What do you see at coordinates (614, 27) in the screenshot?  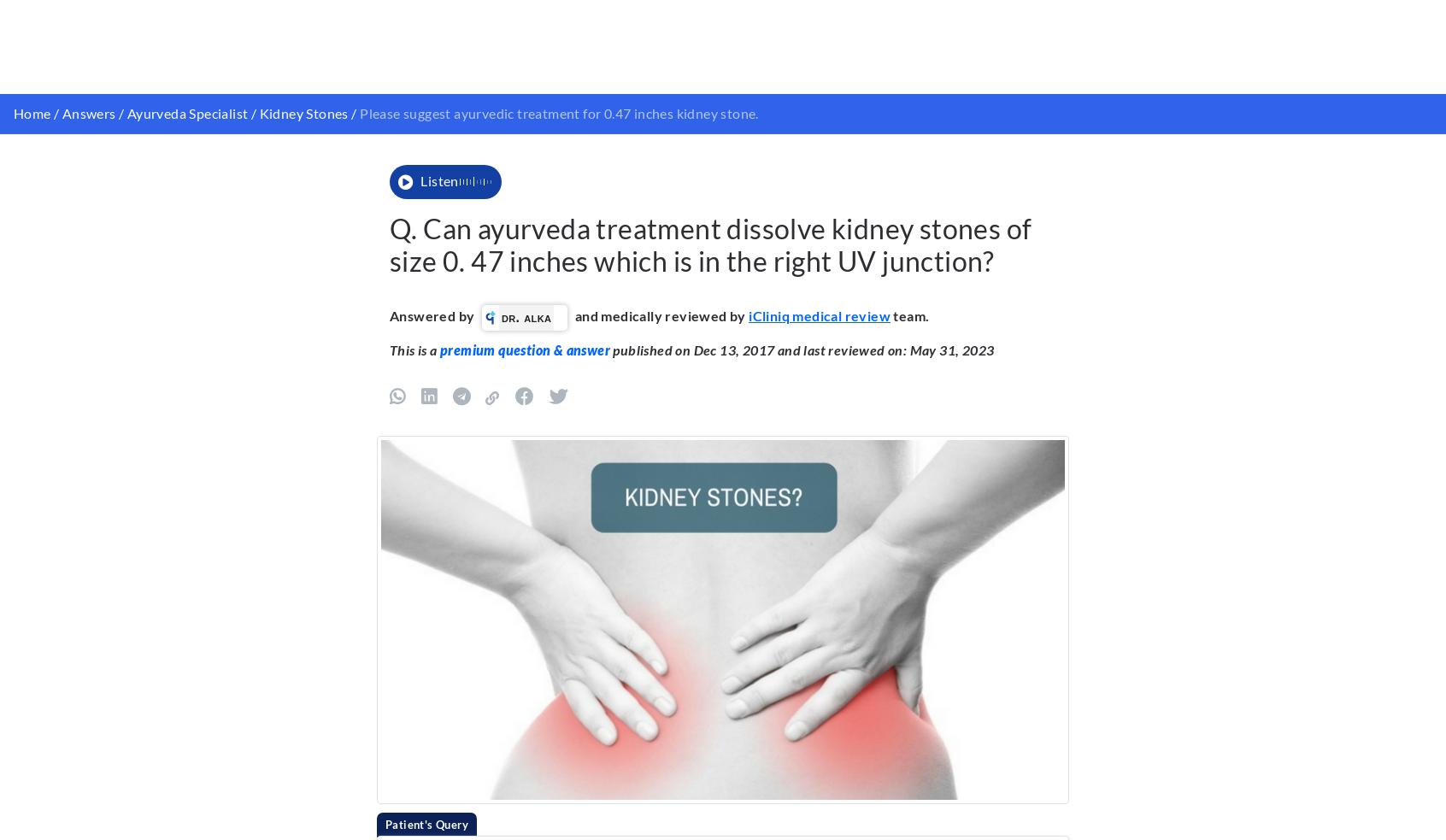 I see `'Menstrual Period'` at bounding box center [614, 27].